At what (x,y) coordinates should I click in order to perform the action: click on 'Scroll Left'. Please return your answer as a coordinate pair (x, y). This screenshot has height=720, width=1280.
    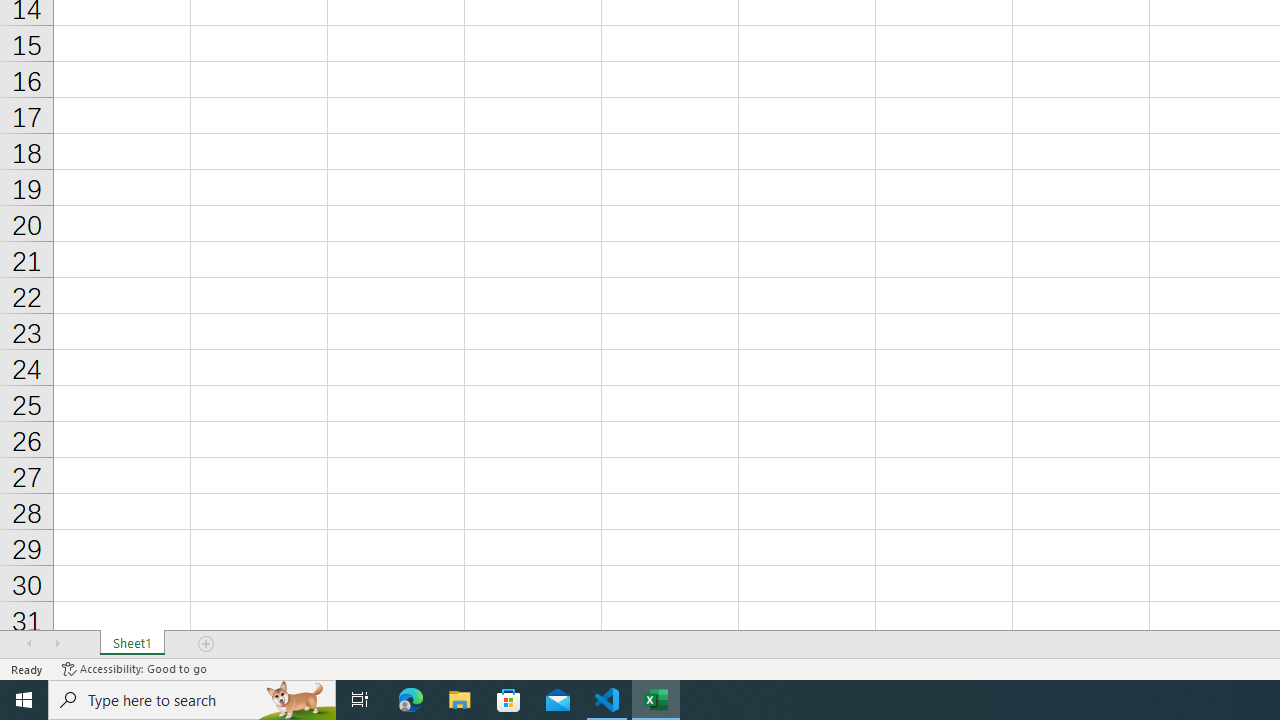
    Looking at the image, I should click on (29, 644).